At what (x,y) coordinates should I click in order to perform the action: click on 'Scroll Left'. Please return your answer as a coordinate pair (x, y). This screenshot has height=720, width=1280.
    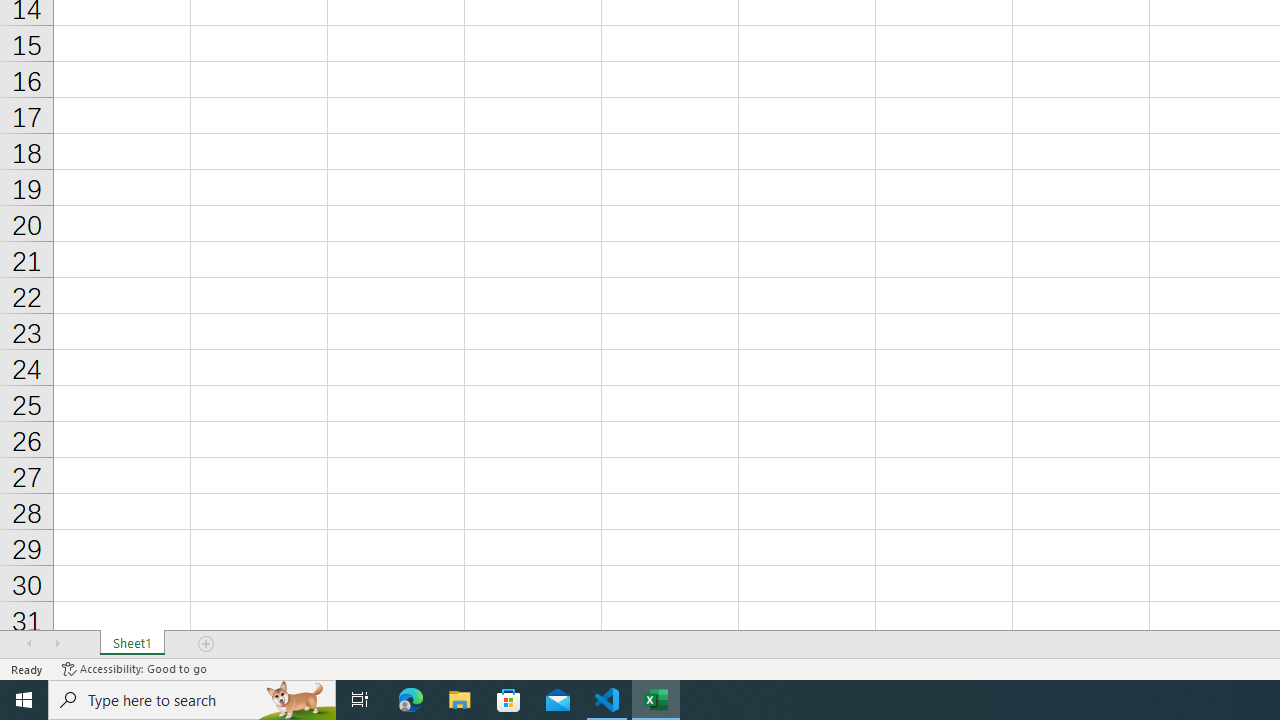
    Looking at the image, I should click on (29, 644).